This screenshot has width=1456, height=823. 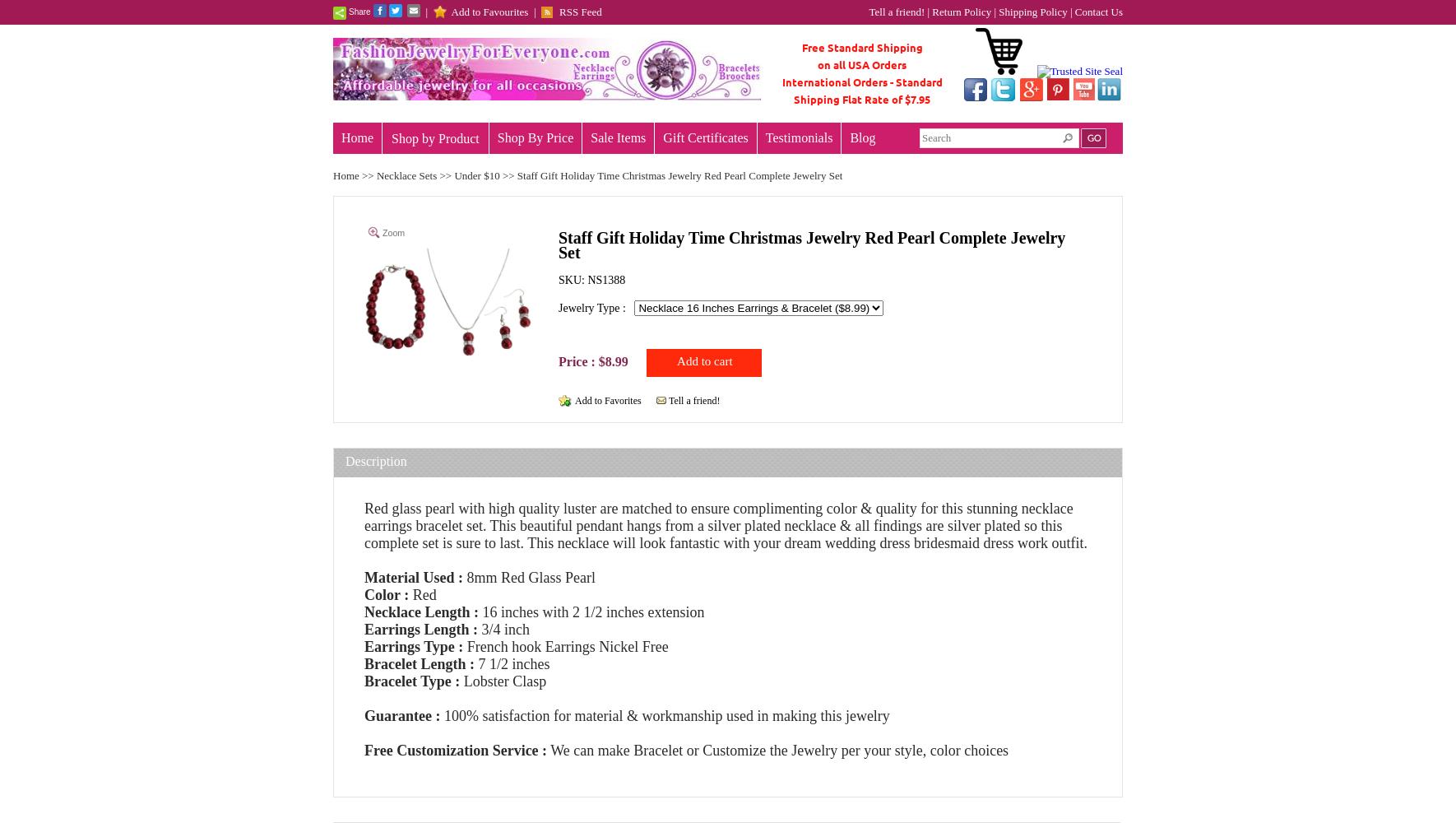 What do you see at coordinates (810, 244) in the screenshot?
I see `'Staff Gift Holiday Time Christmas Jewelry Red Pearl Complete Jewelry Set'` at bounding box center [810, 244].